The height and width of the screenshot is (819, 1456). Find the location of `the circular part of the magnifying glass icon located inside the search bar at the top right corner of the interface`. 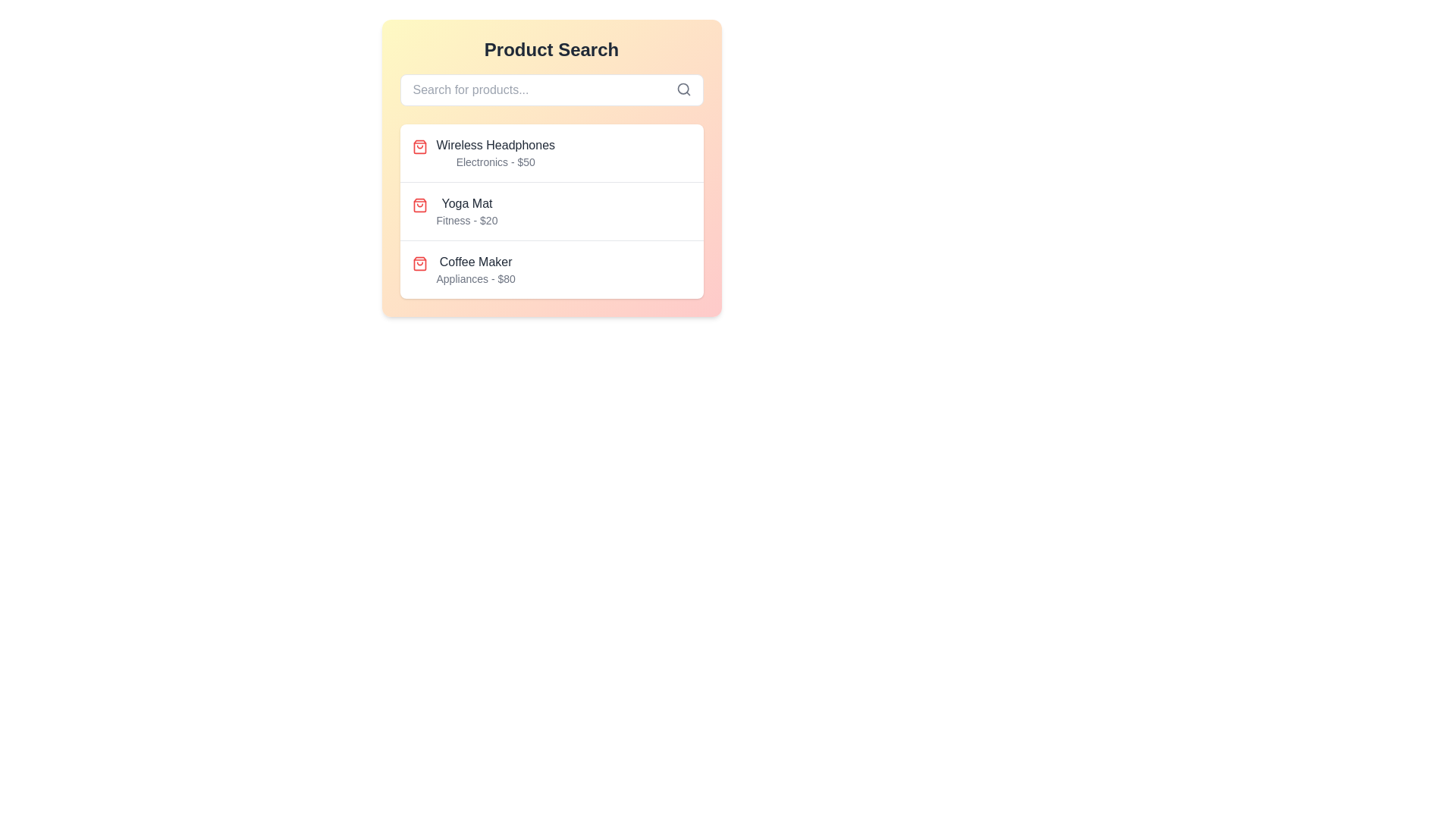

the circular part of the magnifying glass icon located inside the search bar at the top right corner of the interface is located at coordinates (682, 89).